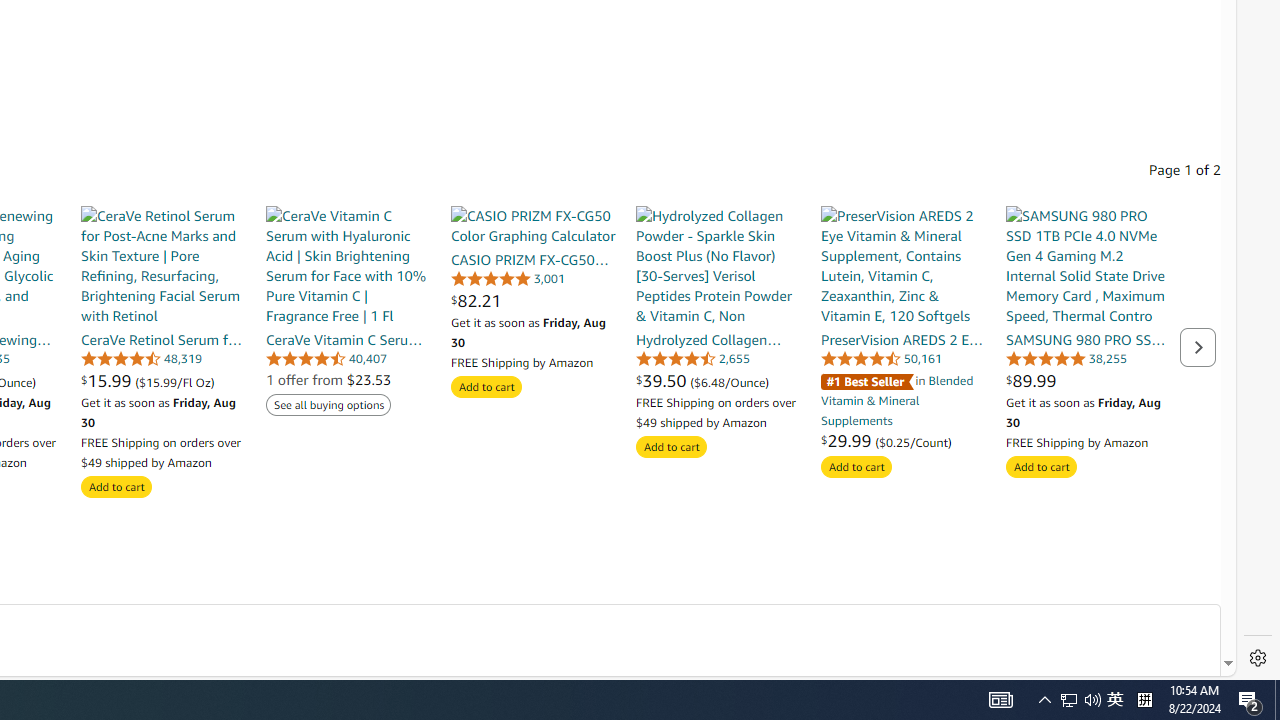  Describe the element at coordinates (663, 380) in the screenshot. I see `'$39.50 '` at that location.